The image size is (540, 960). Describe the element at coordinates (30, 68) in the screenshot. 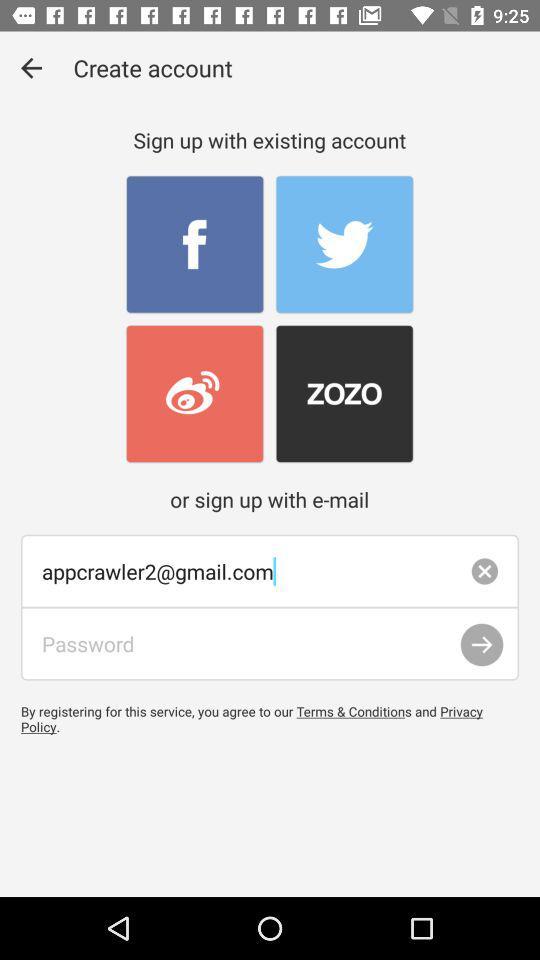

I see `the arrow_backward icon` at that location.